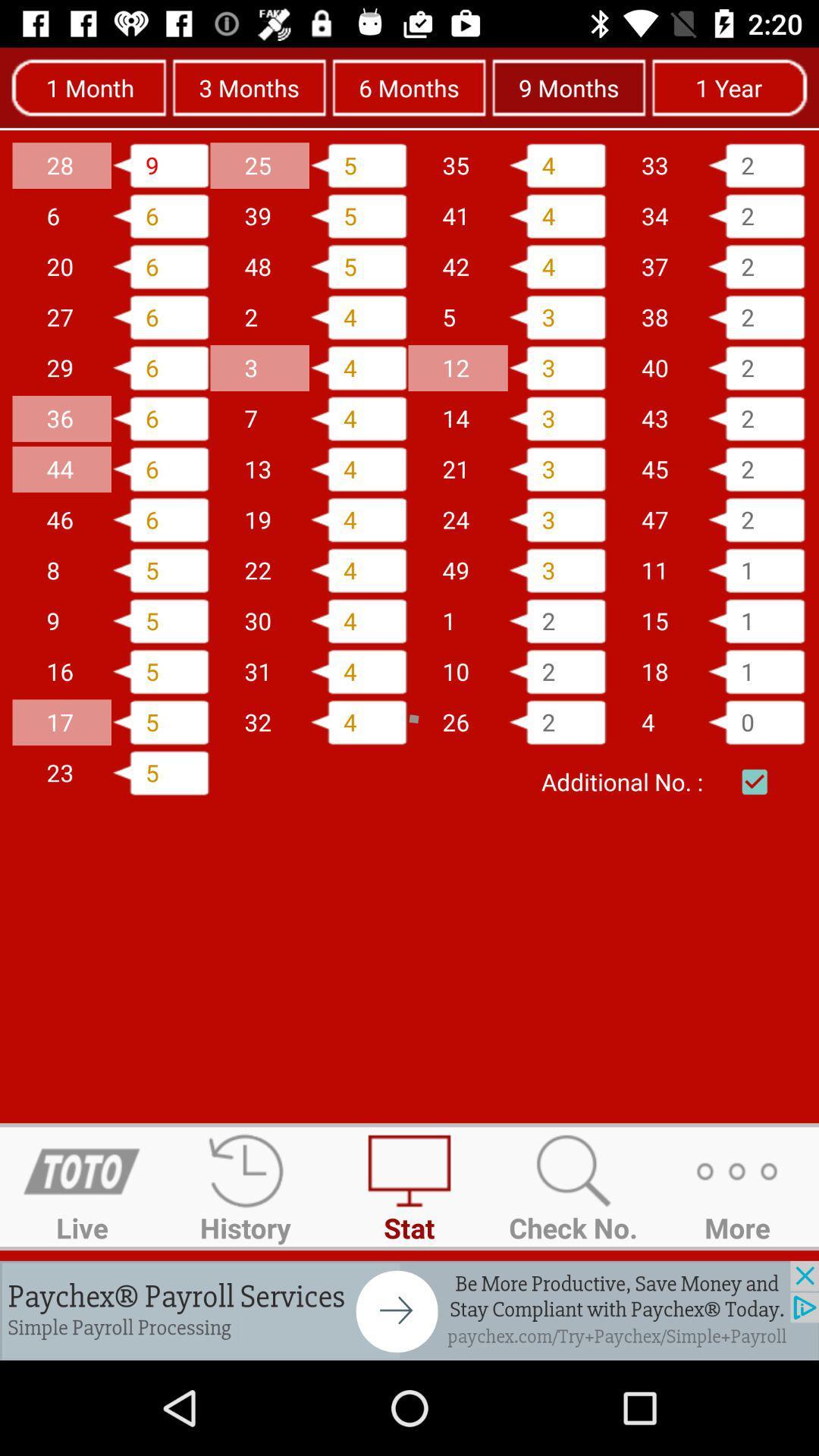 This screenshot has width=819, height=1456. What do you see at coordinates (755, 782) in the screenshot?
I see `check for additional number` at bounding box center [755, 782].